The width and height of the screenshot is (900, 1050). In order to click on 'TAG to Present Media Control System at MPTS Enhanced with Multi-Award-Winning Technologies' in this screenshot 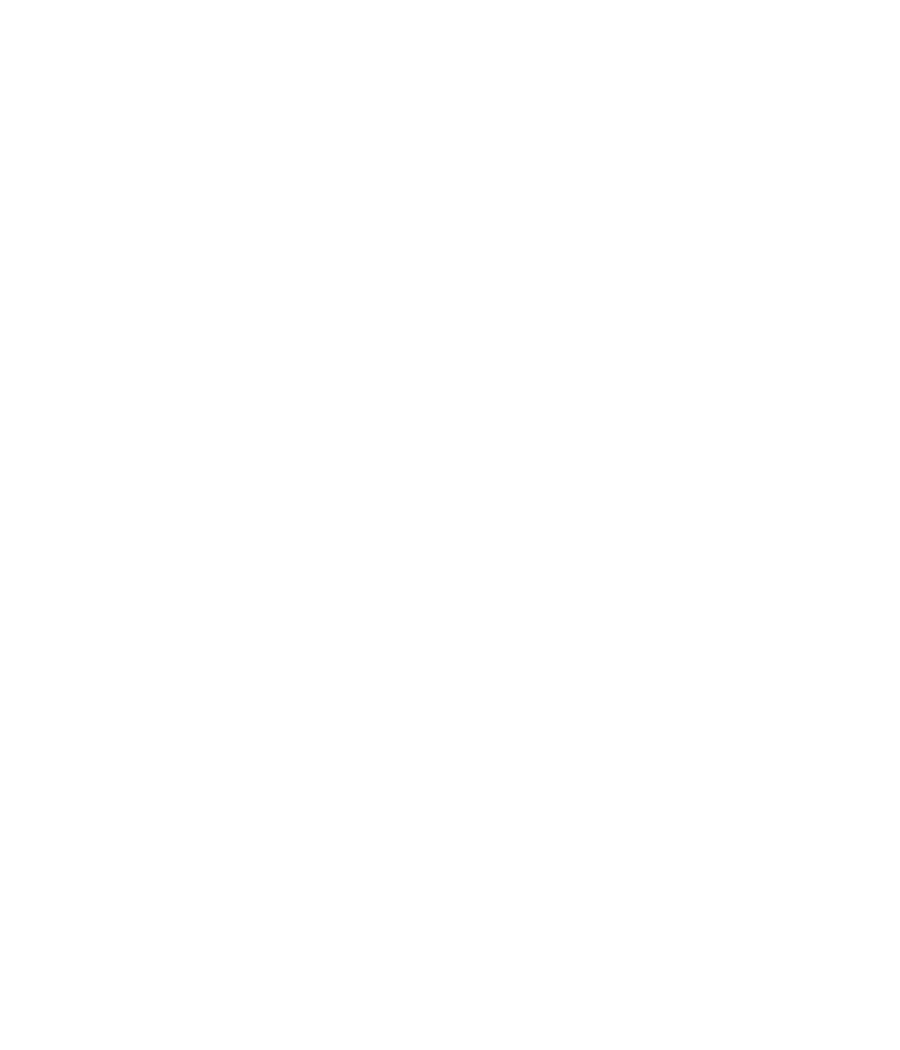, I will do `click(219, 258)`.